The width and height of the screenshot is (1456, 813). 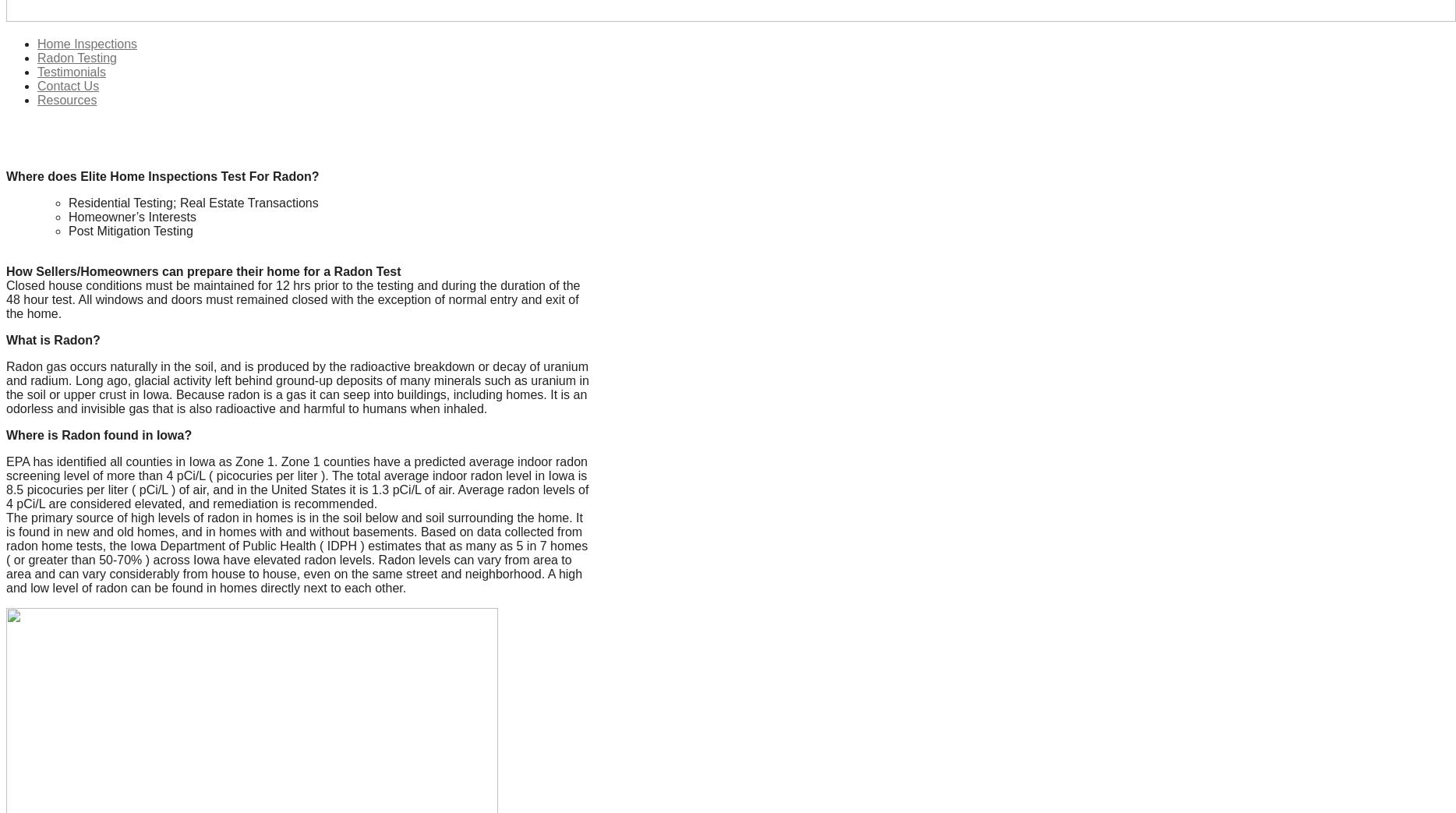 What do you see at coordinates (296, 386) in the screenshot?
I see `'Radon gas occurs naturally in the soil, and is produced by the radioactive breakdown or decay of uranium and radium. Long ago, glacial activity left behind ground-up deposits of many minerals such as uranium in the soil or upper crust in Iowa. Because radon is a gas it can seep into buildings, including homes. It is an odorless and invisible gas that is also radioactive and harmful to humans when inhaled.'` at bounding box center [296, 386].